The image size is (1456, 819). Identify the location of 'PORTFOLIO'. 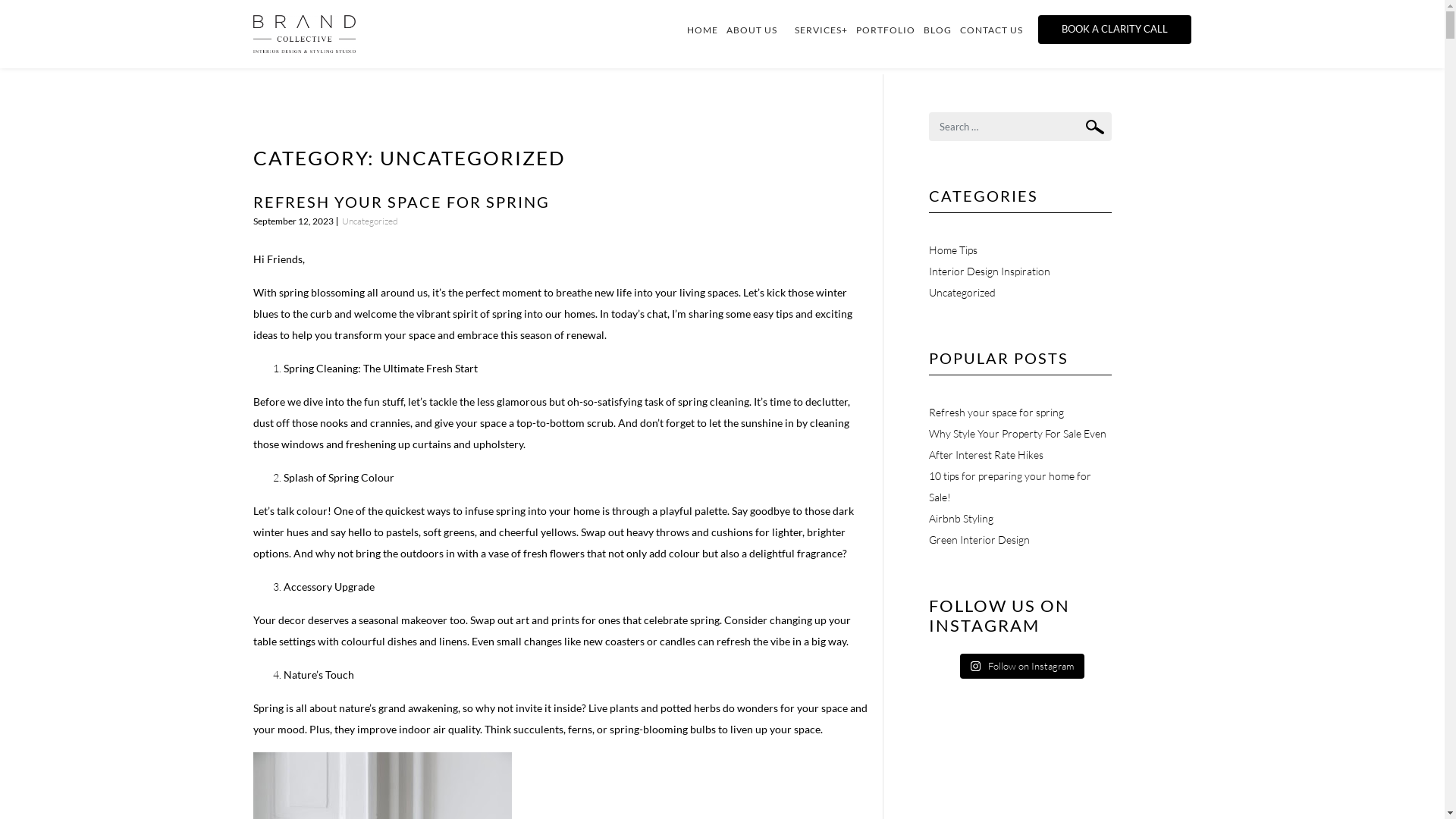
(890, 30).